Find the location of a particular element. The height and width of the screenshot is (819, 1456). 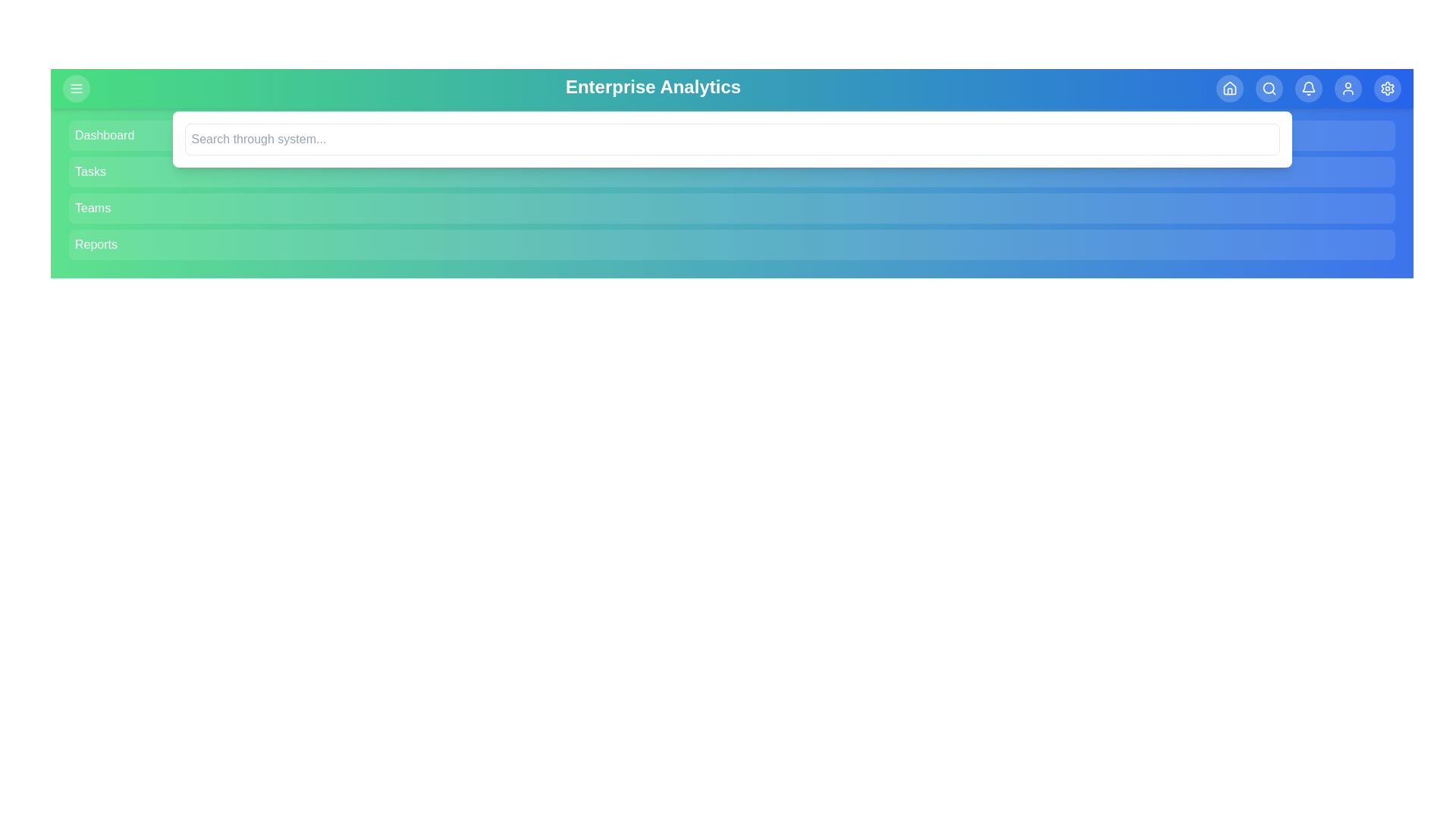

the menu item Reports to navigate to its respective section is located at coordinates (732, 244).